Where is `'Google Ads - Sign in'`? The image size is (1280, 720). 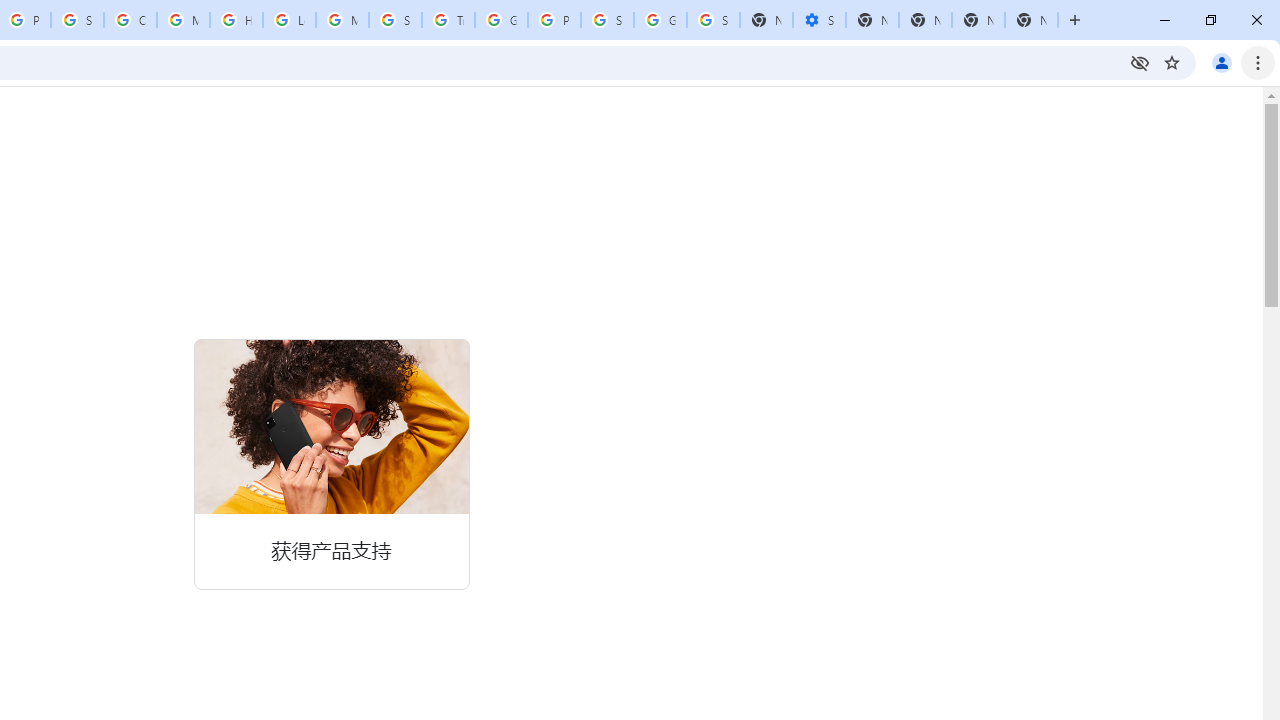 'Google Ads - Sign in' is located at coordinates (501, 20).